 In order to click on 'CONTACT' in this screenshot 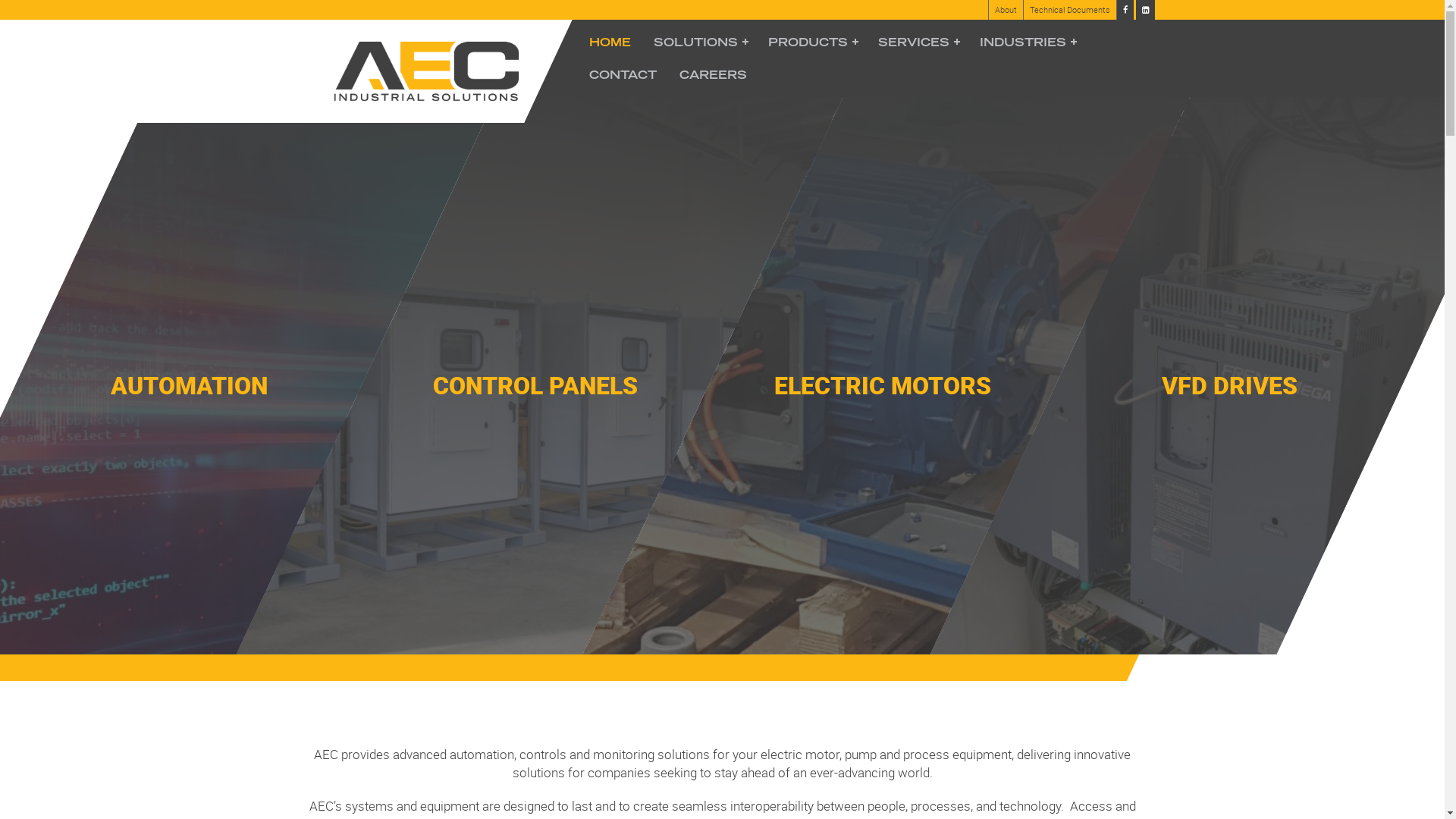, I will do `click(623, 74)`.